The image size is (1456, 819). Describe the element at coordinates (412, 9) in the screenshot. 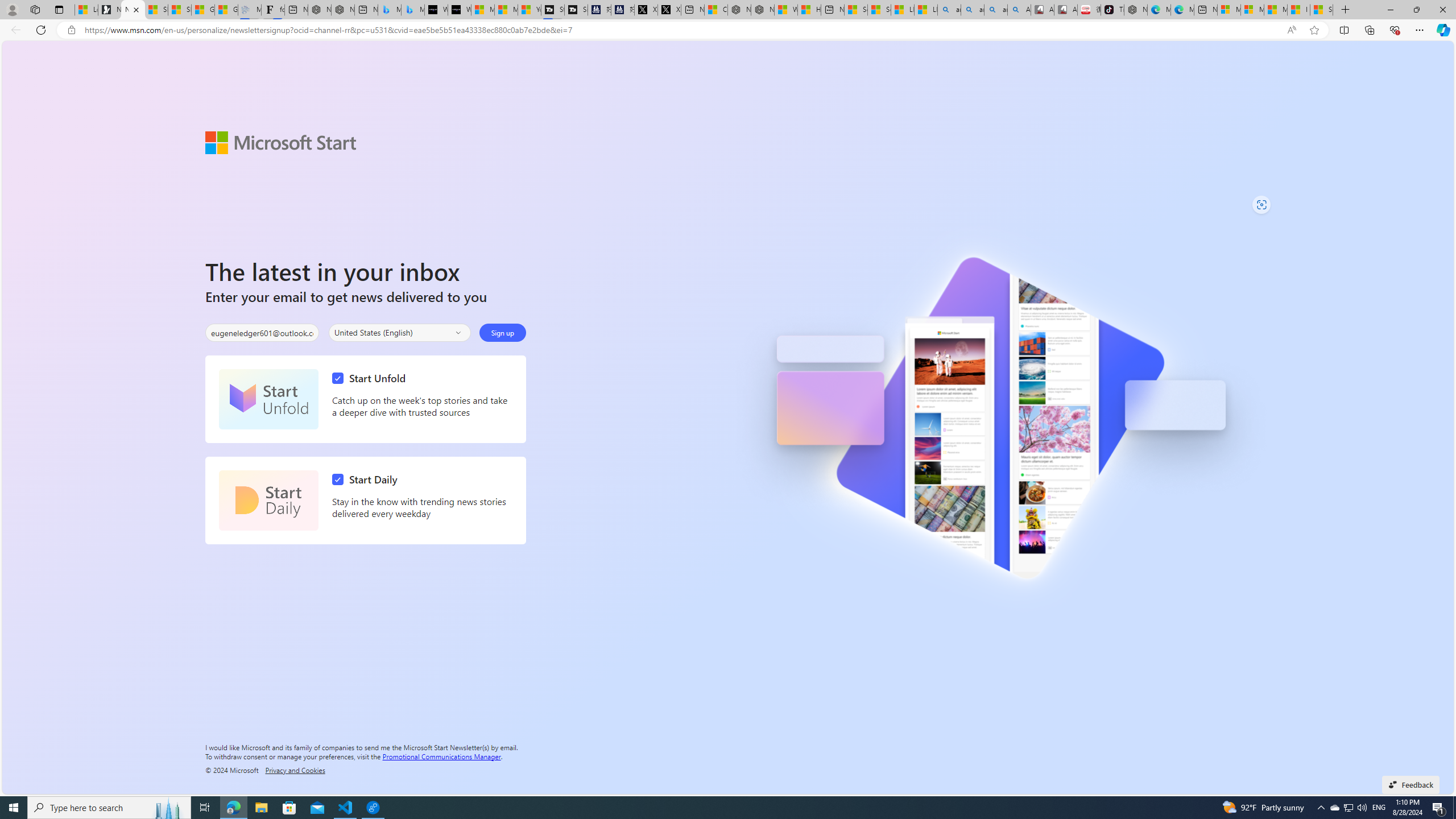

I see `'Microsoft Bing Travel - Shangri-La Hotel Bangkok'` at that location.